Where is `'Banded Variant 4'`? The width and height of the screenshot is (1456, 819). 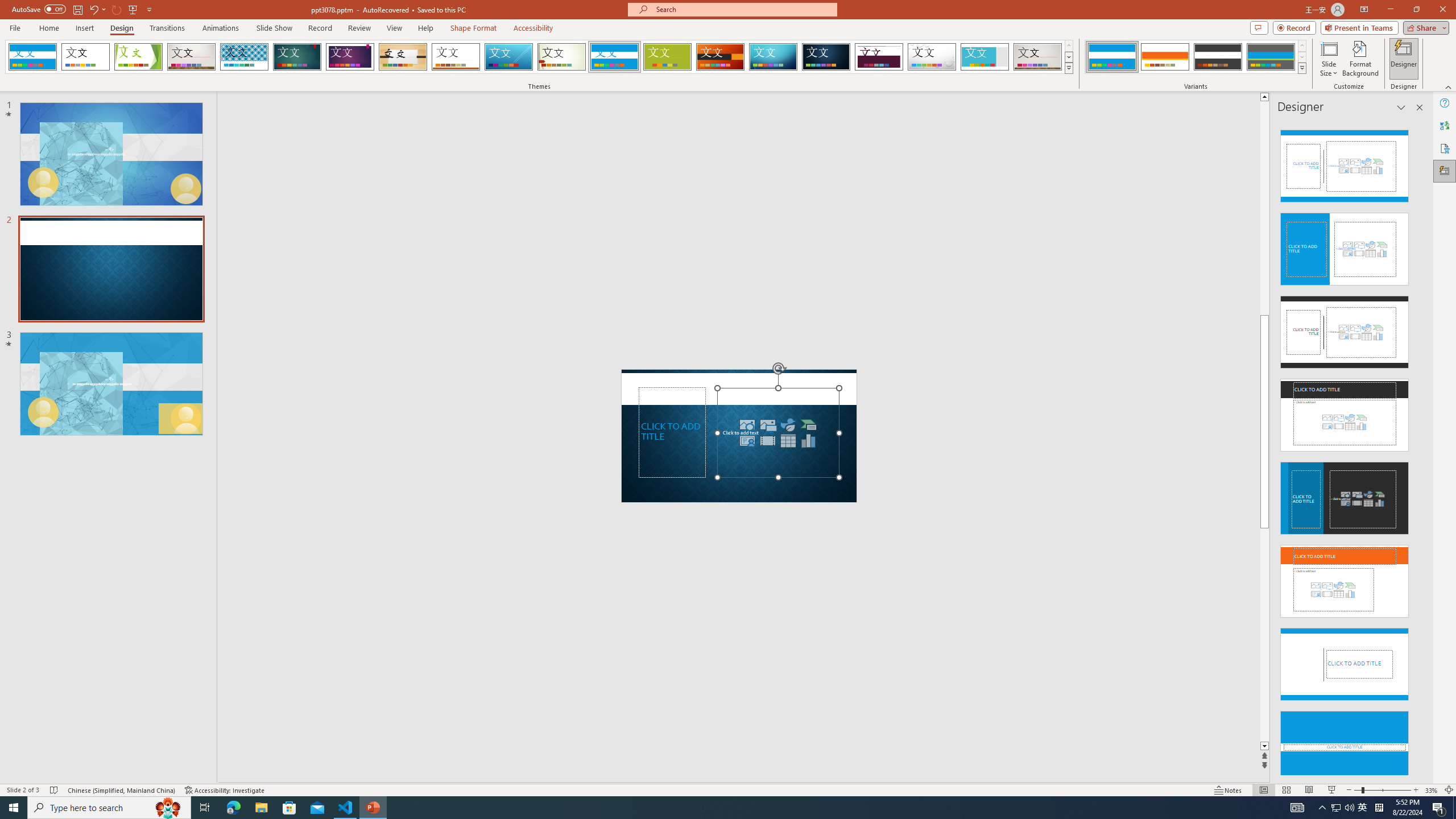 'Banded Variant 4' is located at coordinates (1270, 56).